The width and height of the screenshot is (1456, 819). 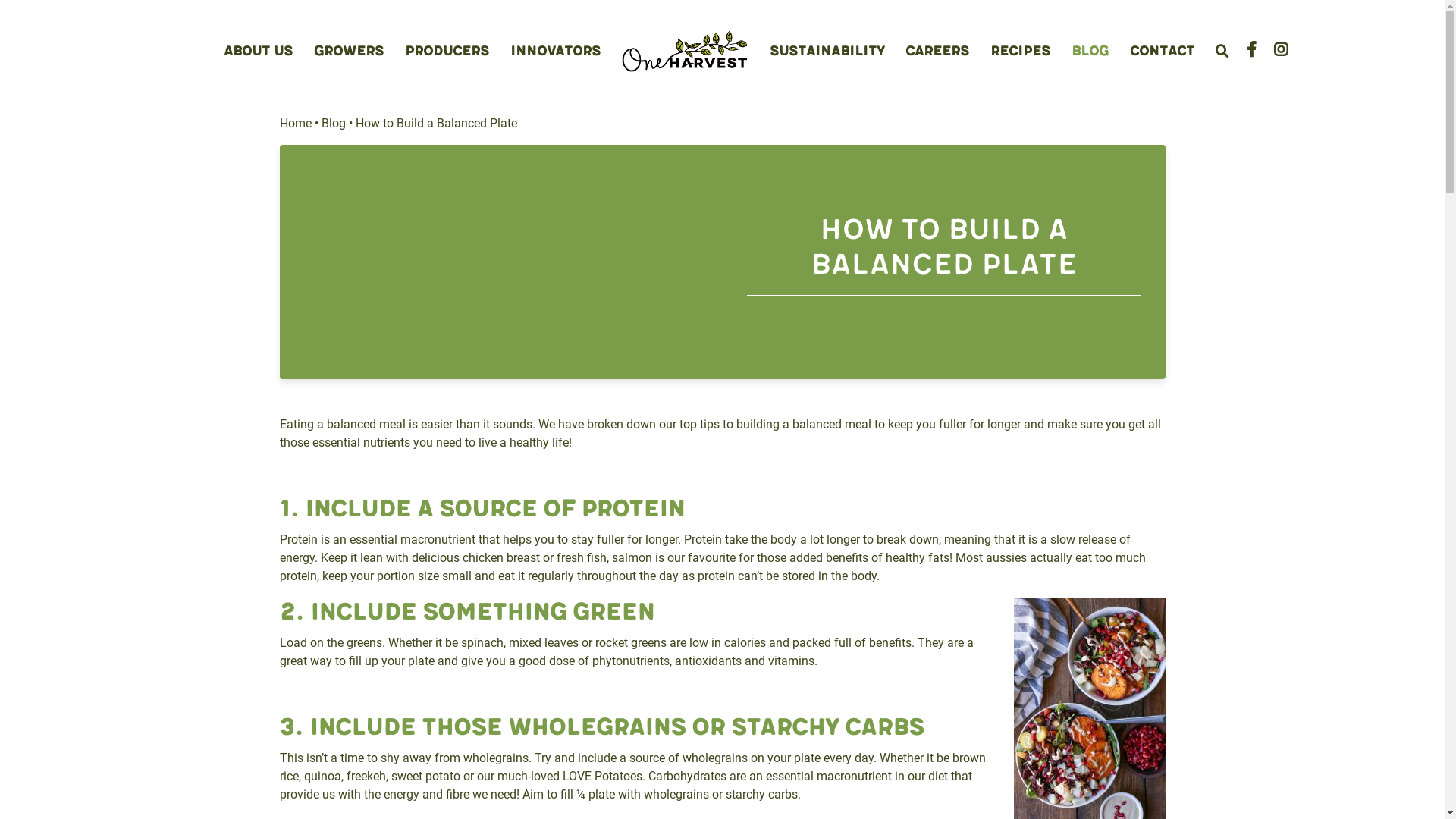 What do you see at coordinates (684, 51) in the screenshot?
I see `'HOME'` at bounding box center [684, 51].